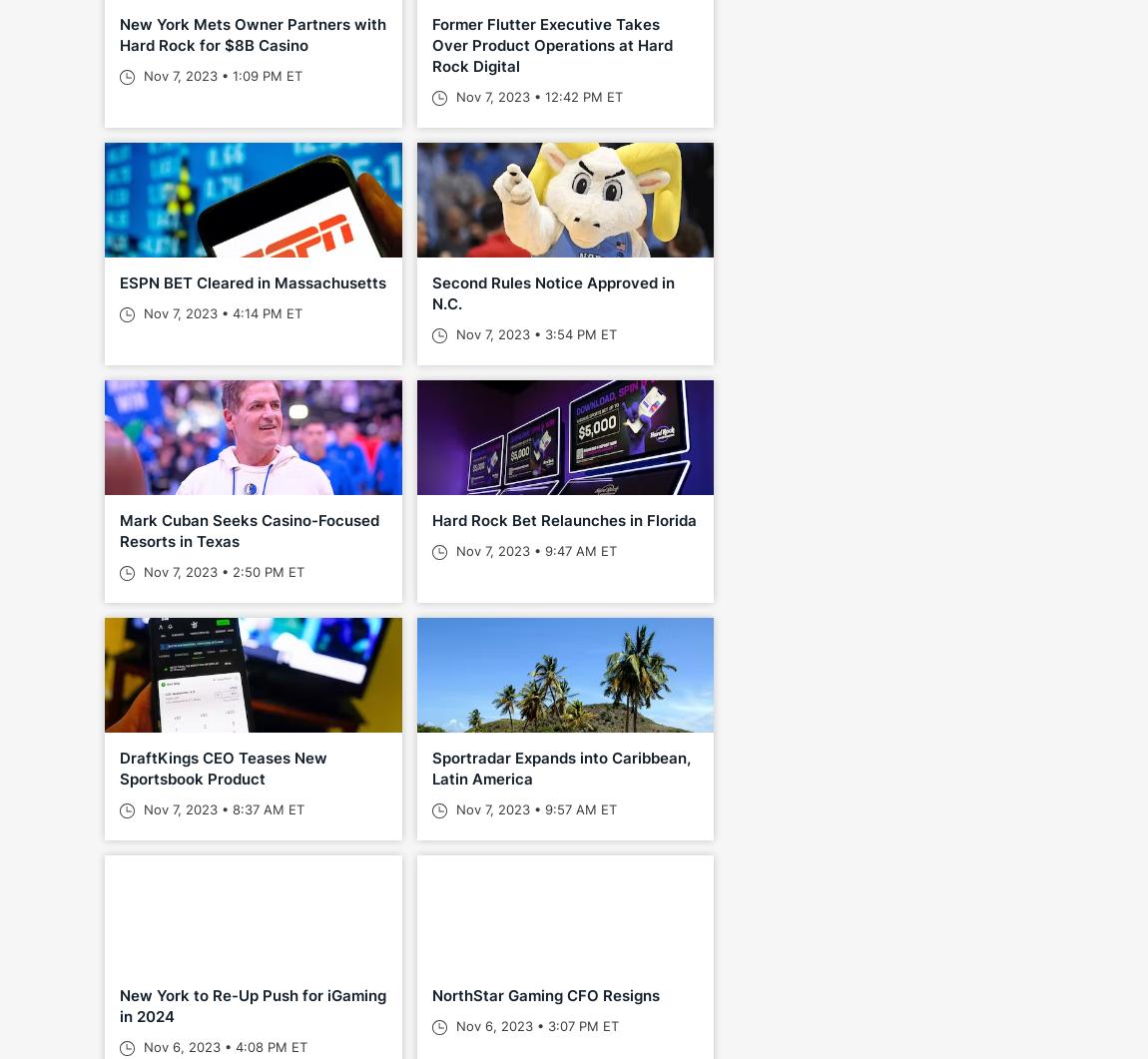 This screenshot has width=1148, height=1059. Describe the element at coordinates (563, 520) in the screenshot. I see `'Hard Rock Bet Relaunches in Florida'` at that location.